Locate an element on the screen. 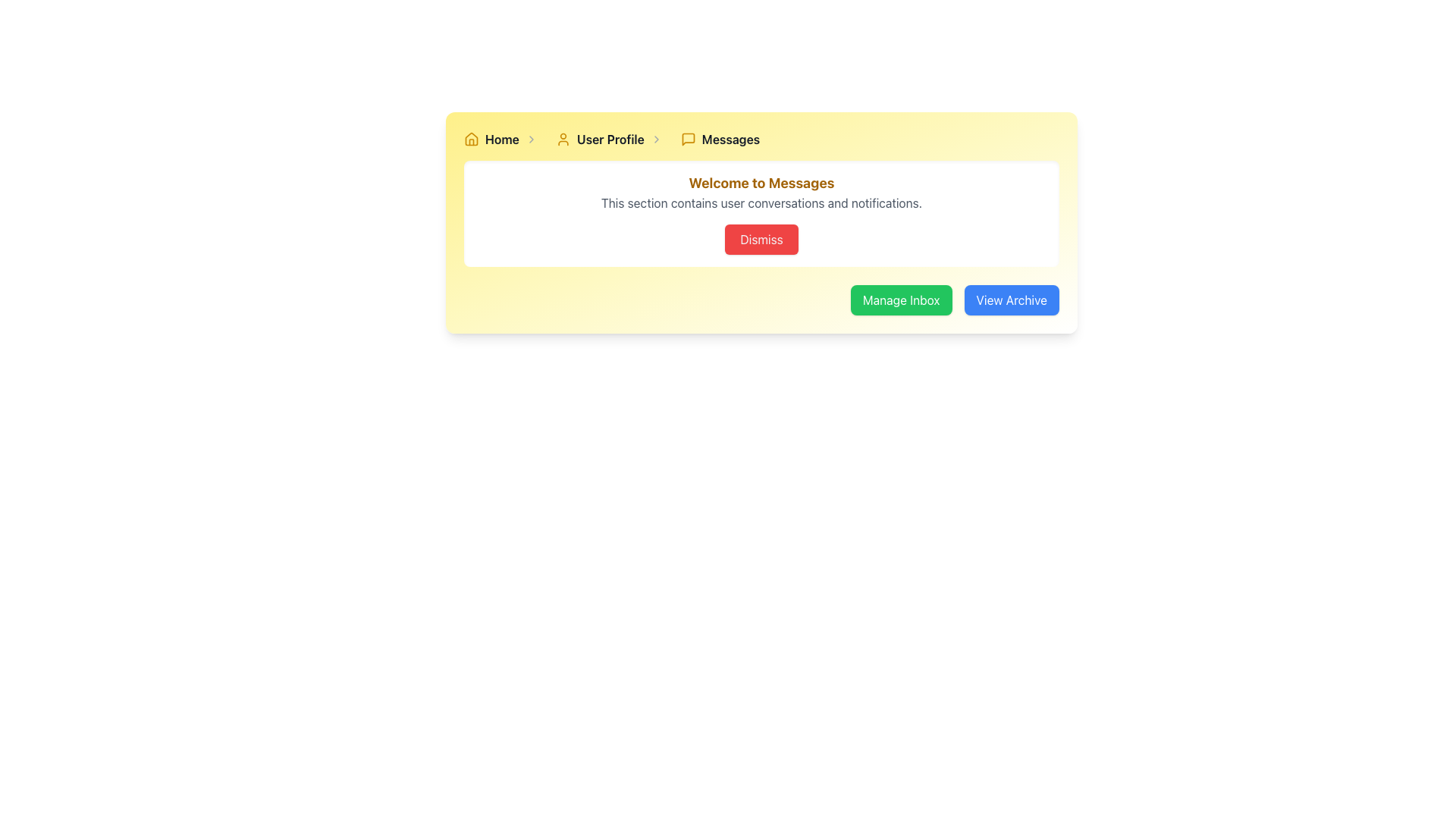 The image size is (1456, 819). the third interactive breadcrumb link in the navigation bar that directs the user to the Messages section of the application is located at coordinates (720, 140).